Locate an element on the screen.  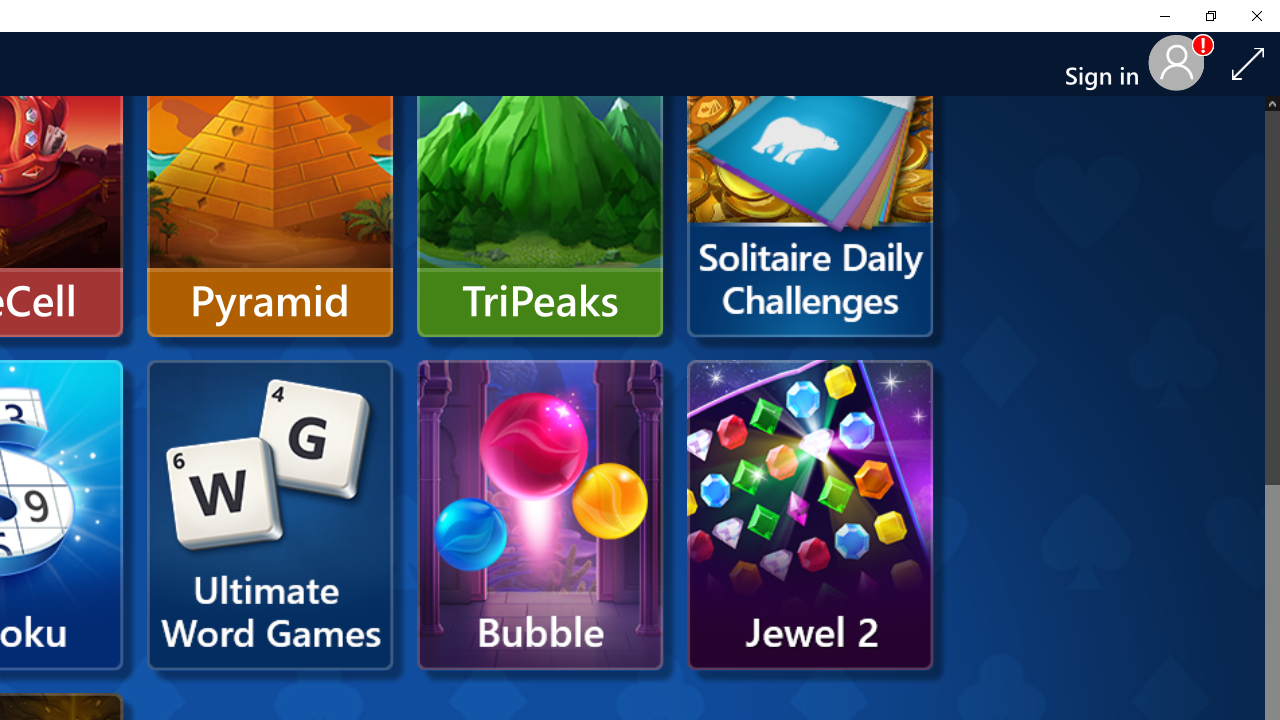
'Minimize Solitaire & Casual Games' is located at coordinates (1164, 15).